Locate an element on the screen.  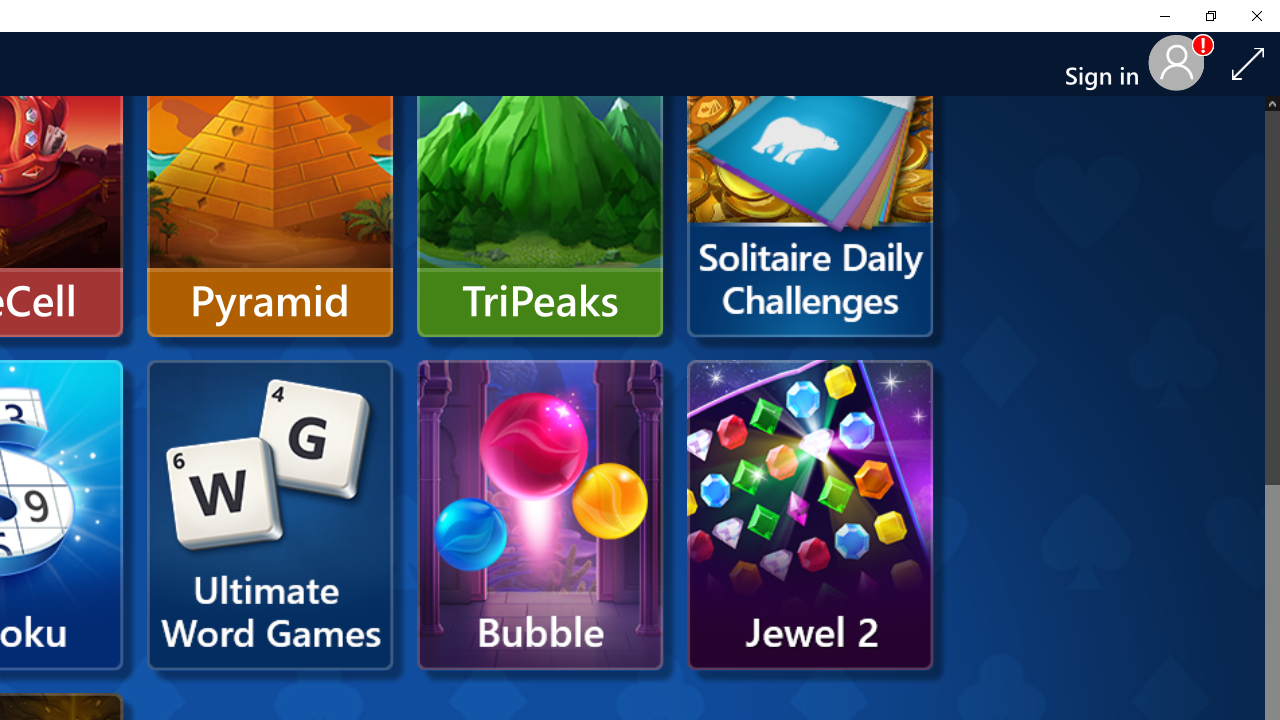
'Minimize Solitaire & Casual Games' is located at coordinates (1164, 15).